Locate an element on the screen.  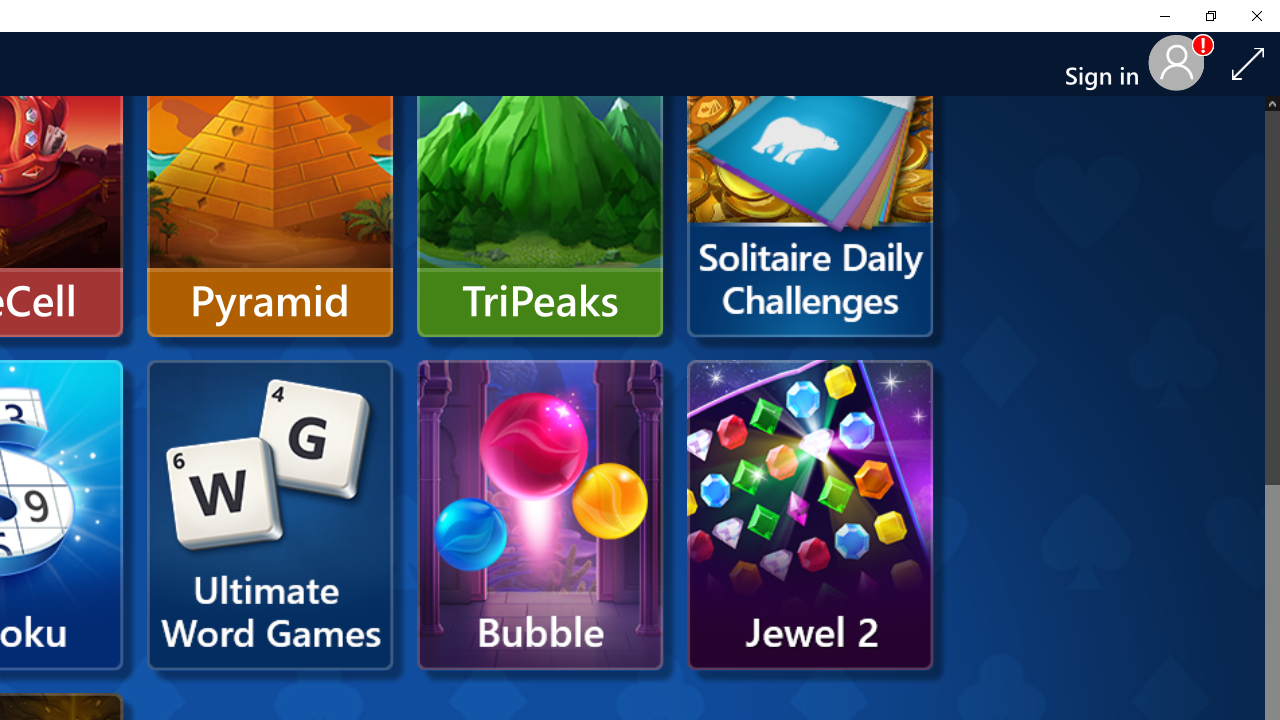
'Minimize Solitaire & Casual Games' is located at coordinates (1164, 15).